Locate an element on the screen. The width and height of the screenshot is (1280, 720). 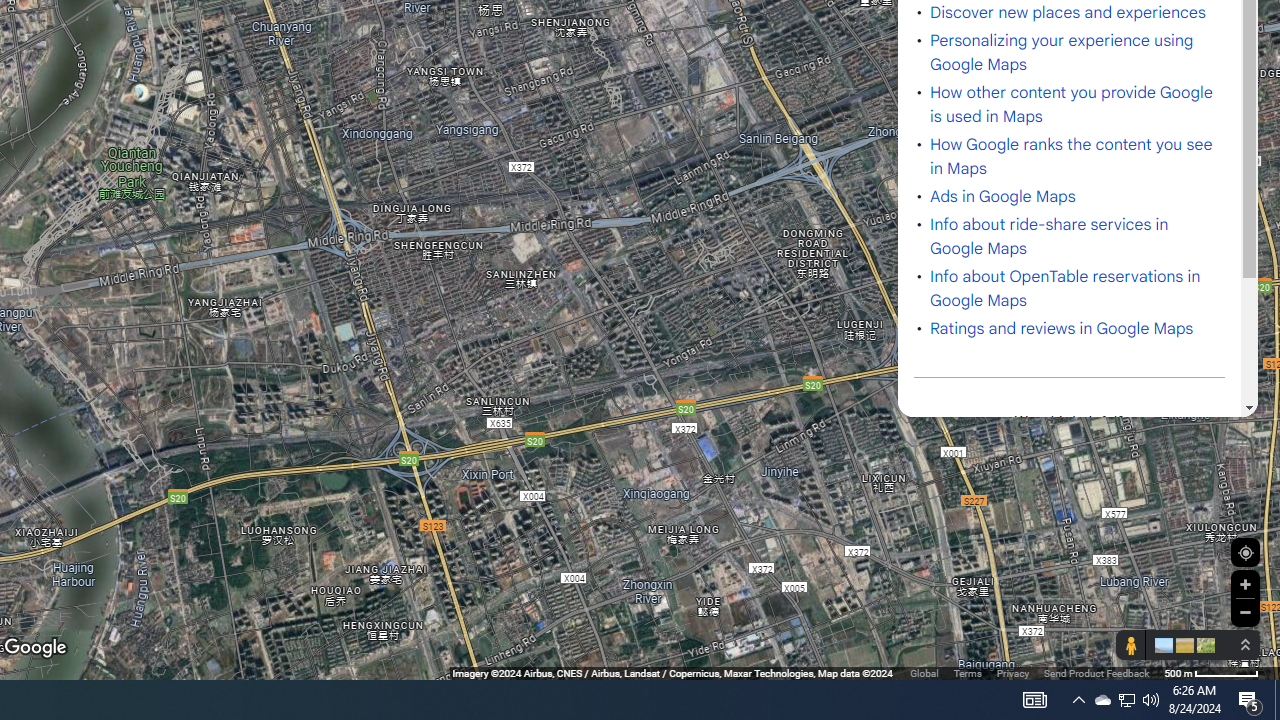
'Zoom out' is located at coordinates (1244, 611).